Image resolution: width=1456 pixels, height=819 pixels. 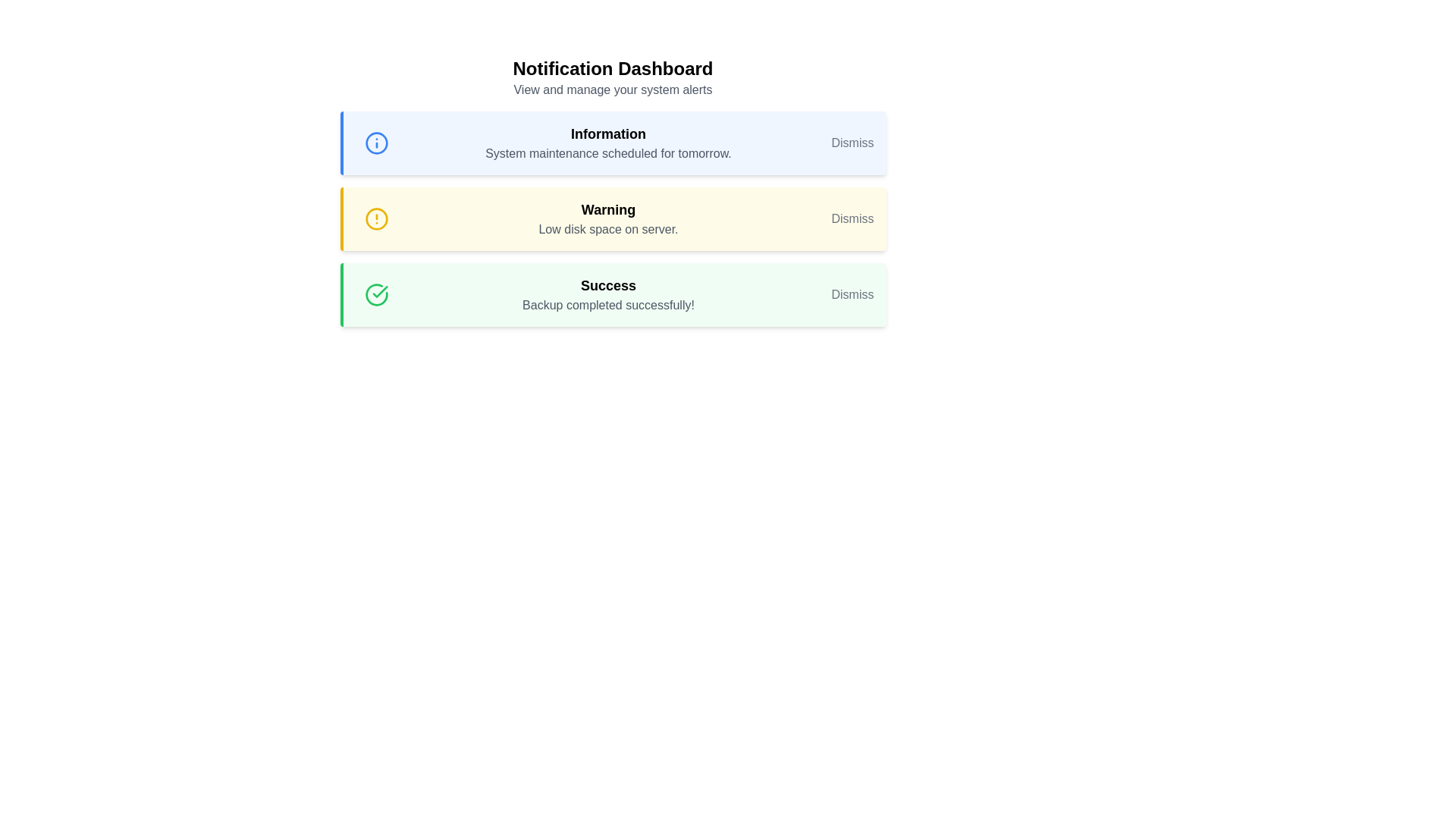 What do you see at coordinates (613, 69) in the screenshot?
I see `the bold, large-sized text header displaying 'Notification Dashboard' at the top of the interface` at bounding box center [613, 69].